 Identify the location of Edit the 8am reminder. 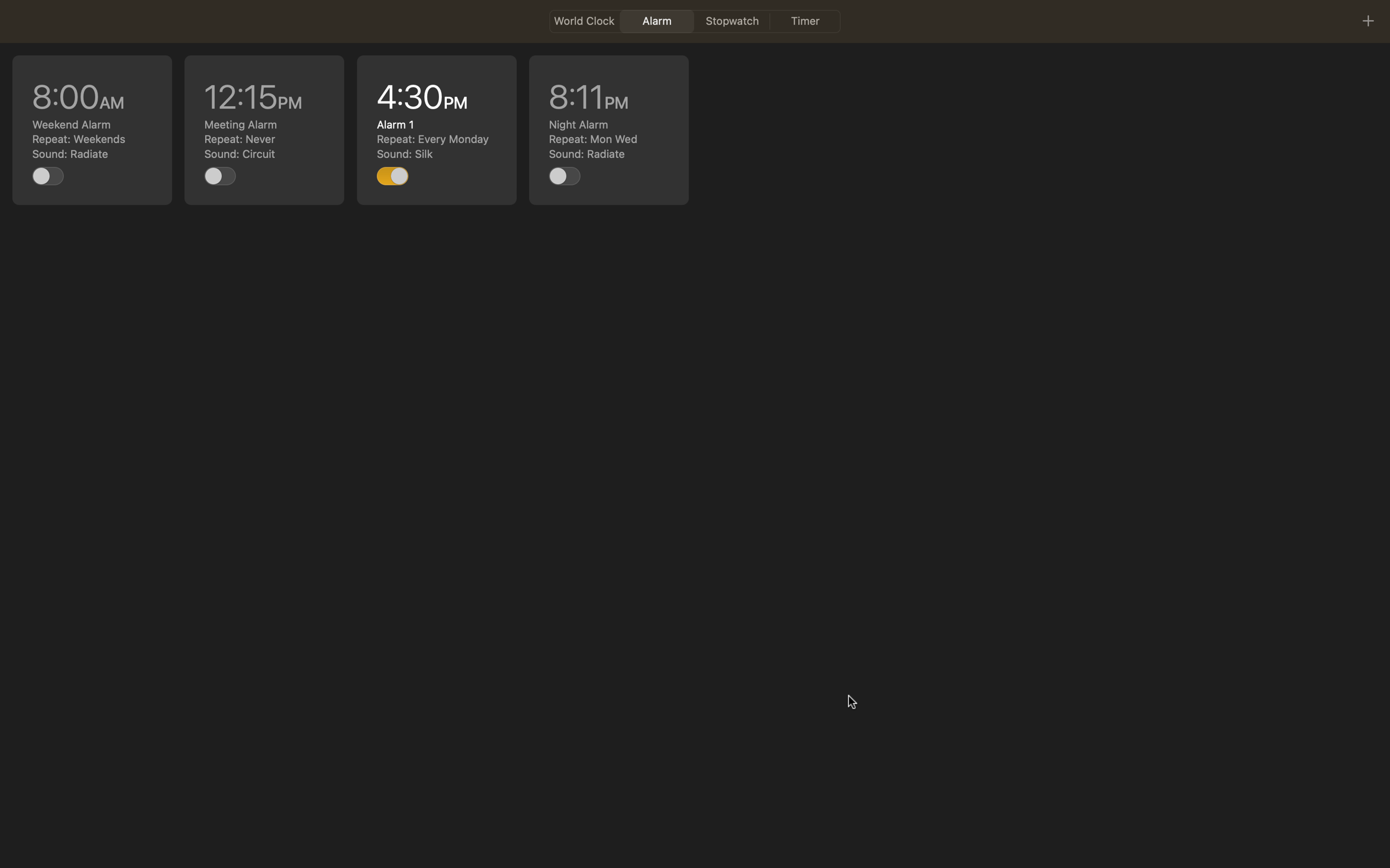
(92, 129).